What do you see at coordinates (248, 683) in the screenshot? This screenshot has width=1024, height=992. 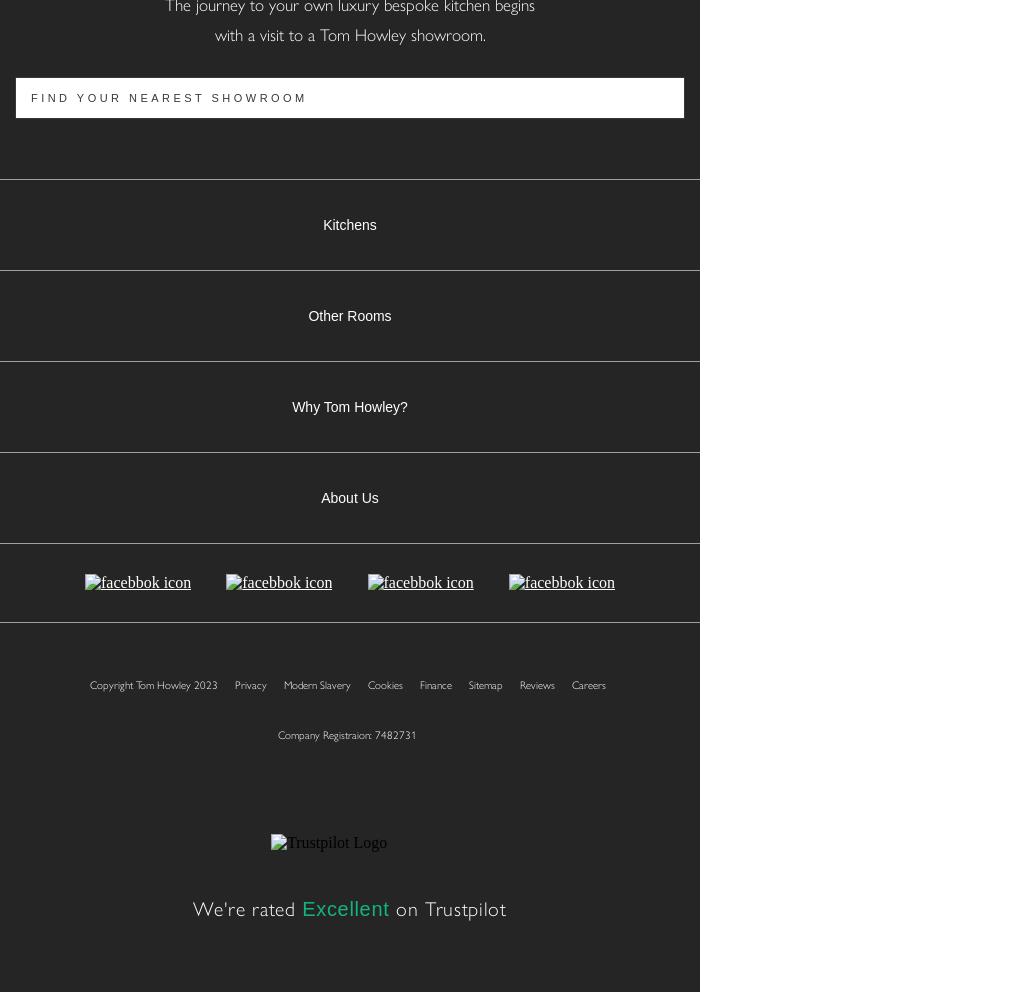 I see `'Privacy'` at bounding box center [248, 683].